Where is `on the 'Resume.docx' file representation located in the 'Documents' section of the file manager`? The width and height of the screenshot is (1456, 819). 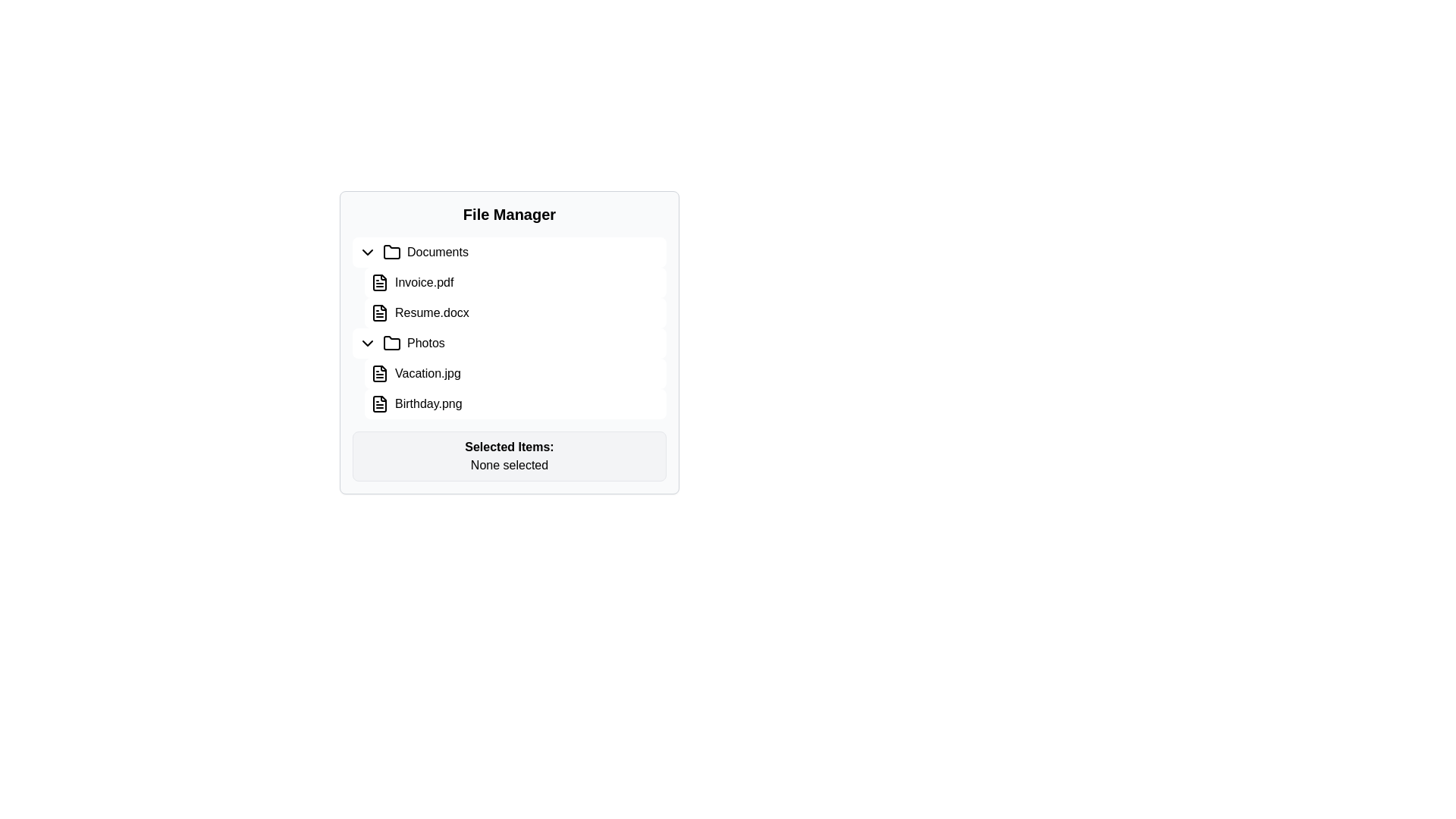 on the 'Resume.docx' file representation located in the 'Documents' section of the file manager is located at coordinates (510, 312).